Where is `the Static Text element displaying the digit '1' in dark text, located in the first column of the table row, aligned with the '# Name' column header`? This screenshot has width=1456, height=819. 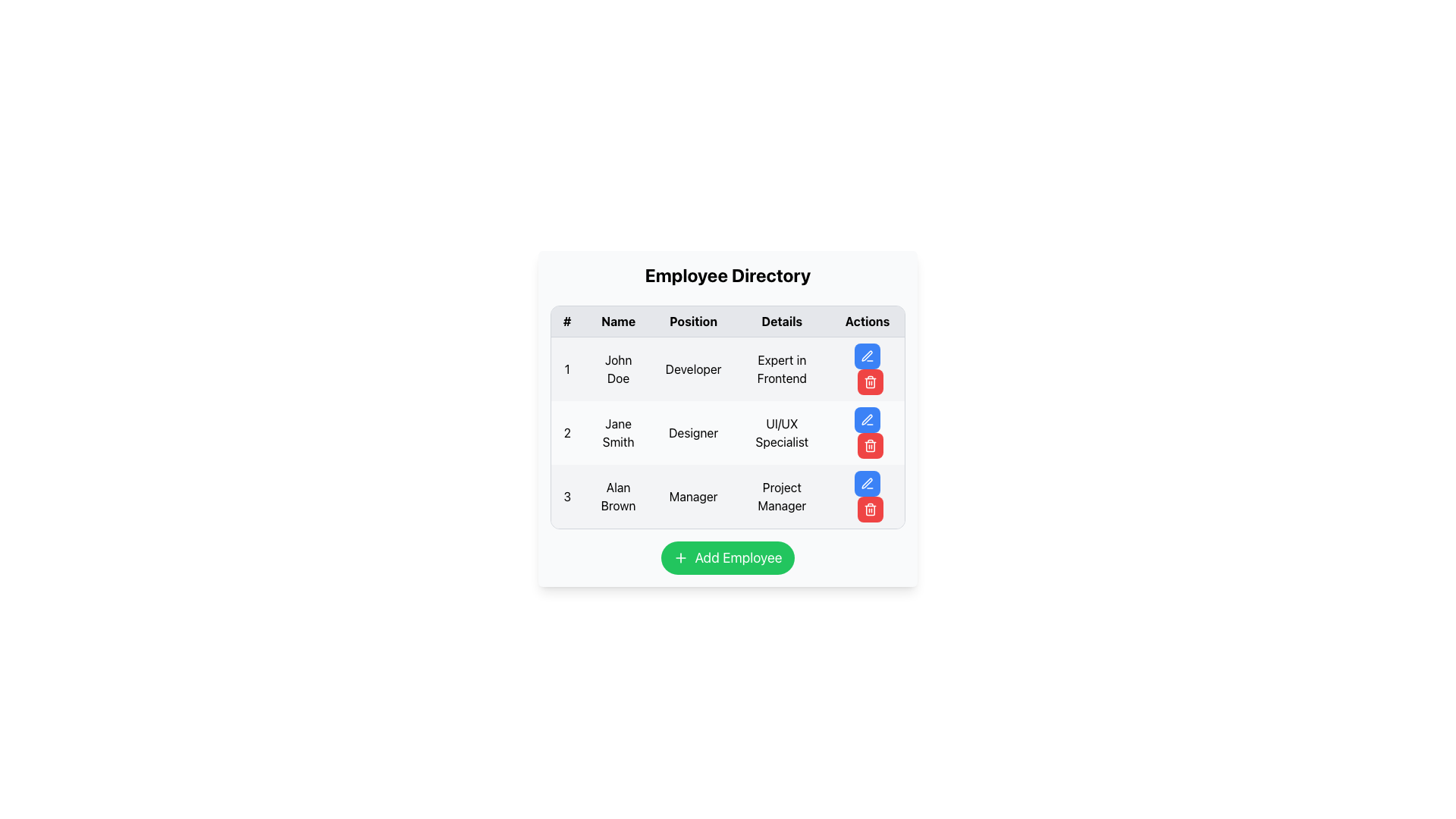
the Static Text element displaying the digit '1' in dark text, located in the first column of the table row, aligned with the '# Name' column header is located at coordinates (566, 369).